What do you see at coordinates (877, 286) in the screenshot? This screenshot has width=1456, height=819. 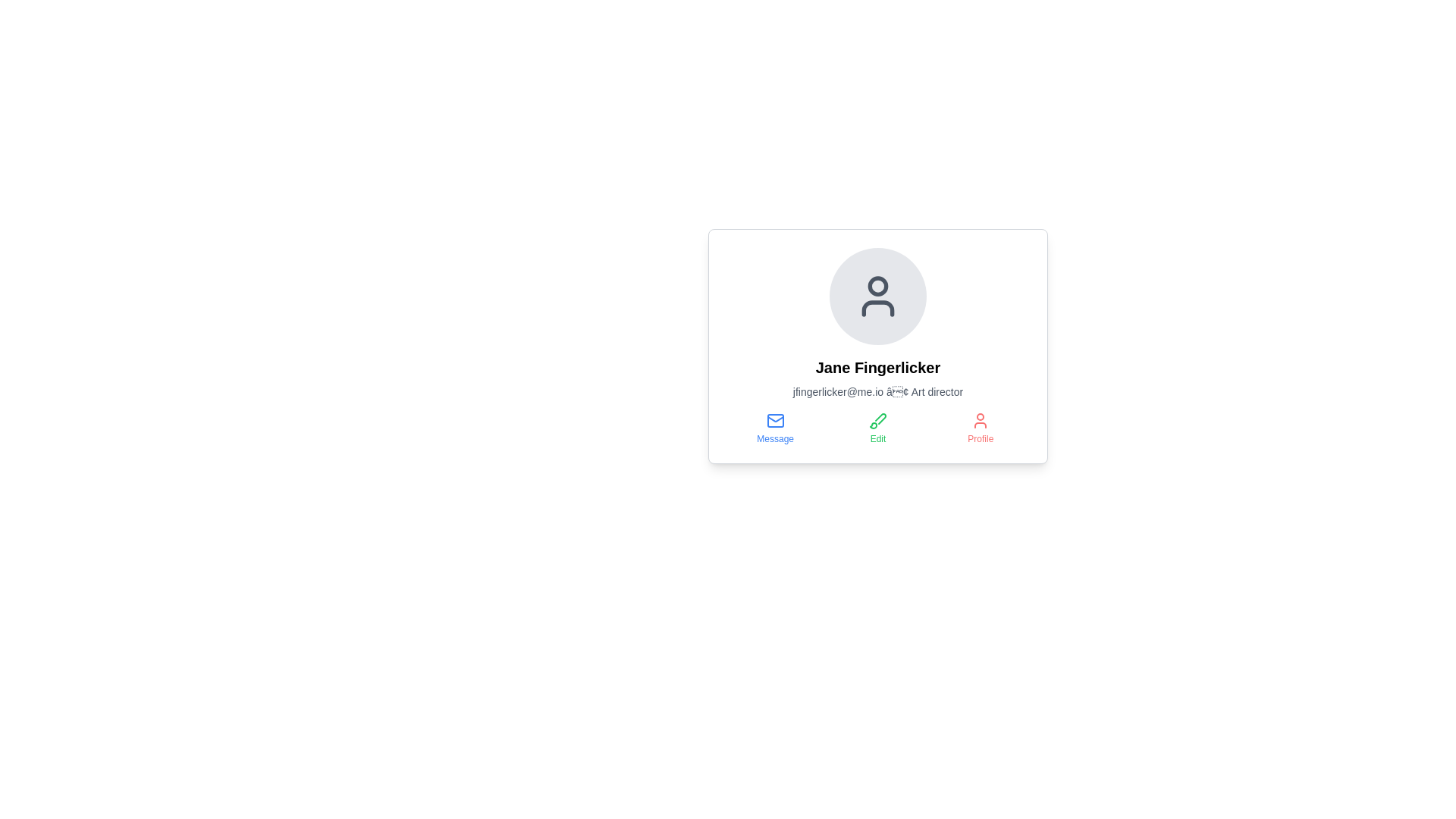 I see `the small circle located within the avatar icon at the top of the user profile card, which resembles a stylized person` at bounding box center [877, 286].